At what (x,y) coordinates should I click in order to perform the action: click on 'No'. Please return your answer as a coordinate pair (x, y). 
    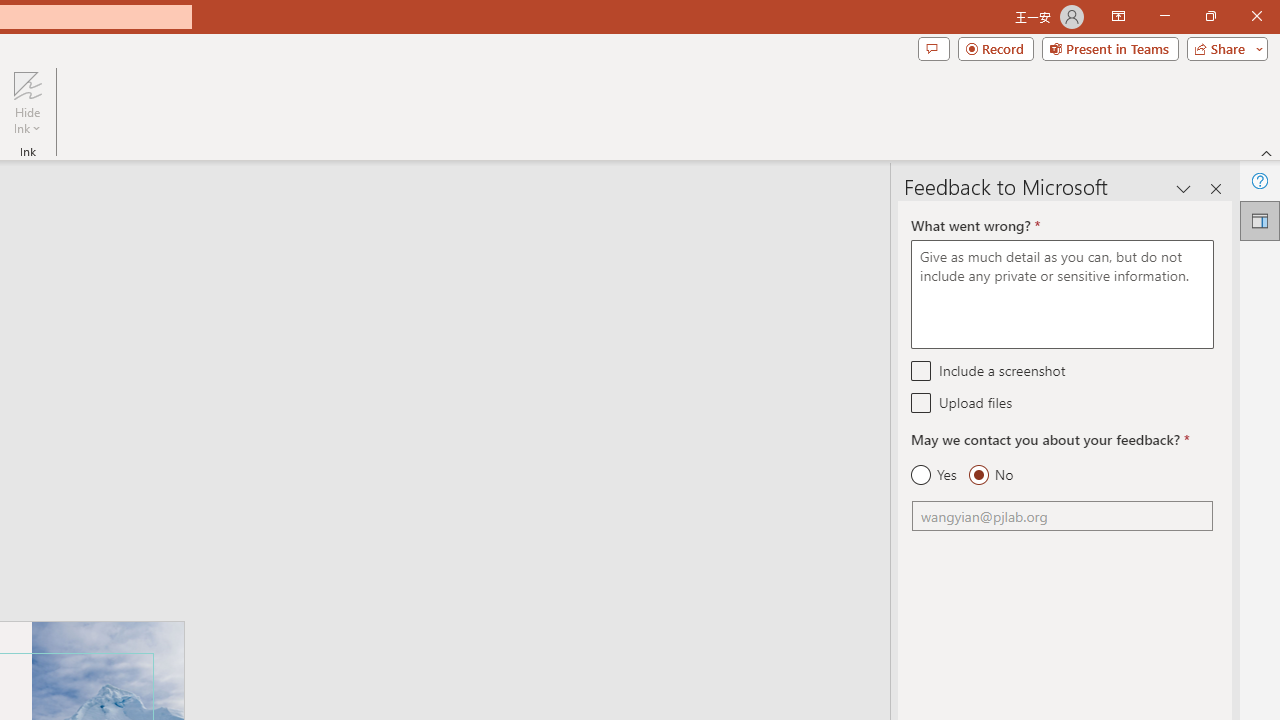
    Looking at the image, I should click on (990, 475).